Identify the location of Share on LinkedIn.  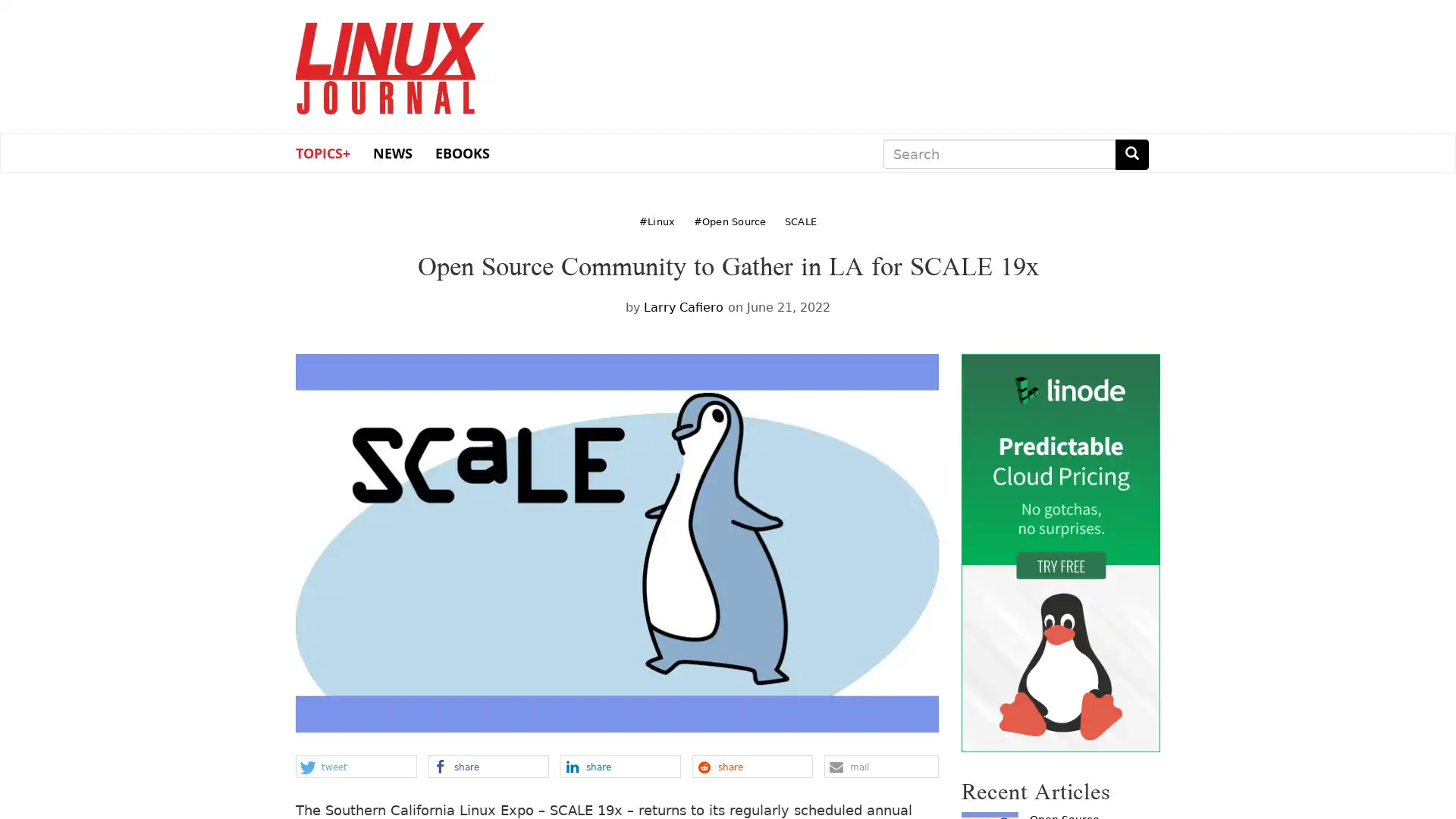
(620, 766).